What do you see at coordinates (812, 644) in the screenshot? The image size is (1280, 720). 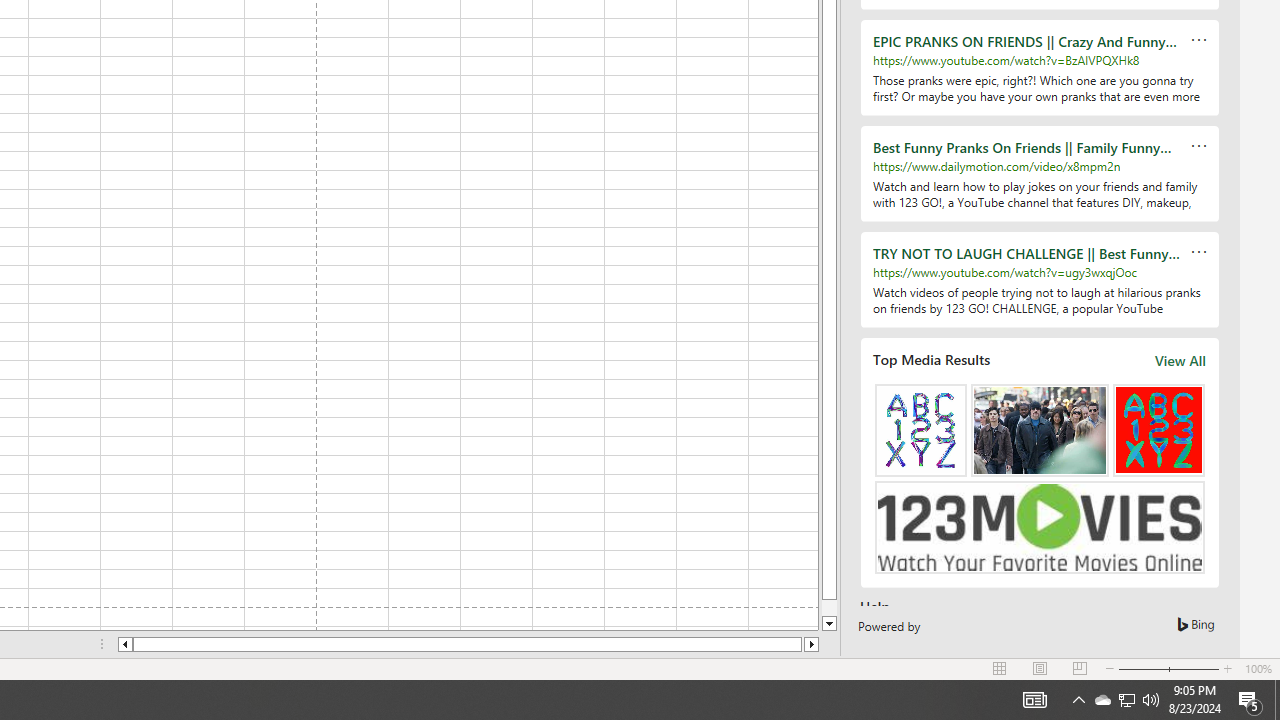 I see `'Column right'` at bounding box center [812, 644].